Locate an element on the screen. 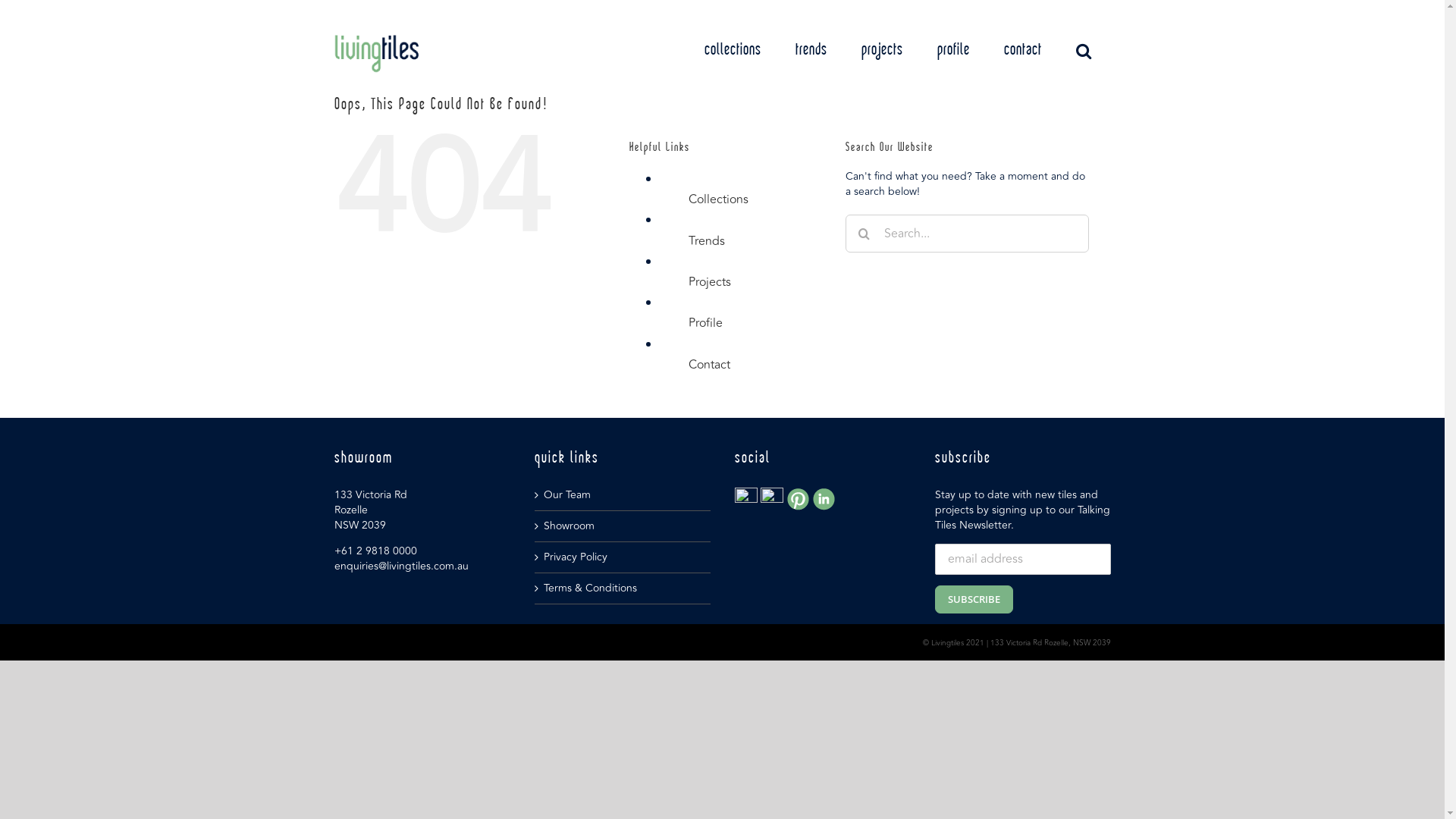 This screenshot has width=1456, height=819. 'enquiries@livingtiles.com.au' is located at coordinates (400, 566).